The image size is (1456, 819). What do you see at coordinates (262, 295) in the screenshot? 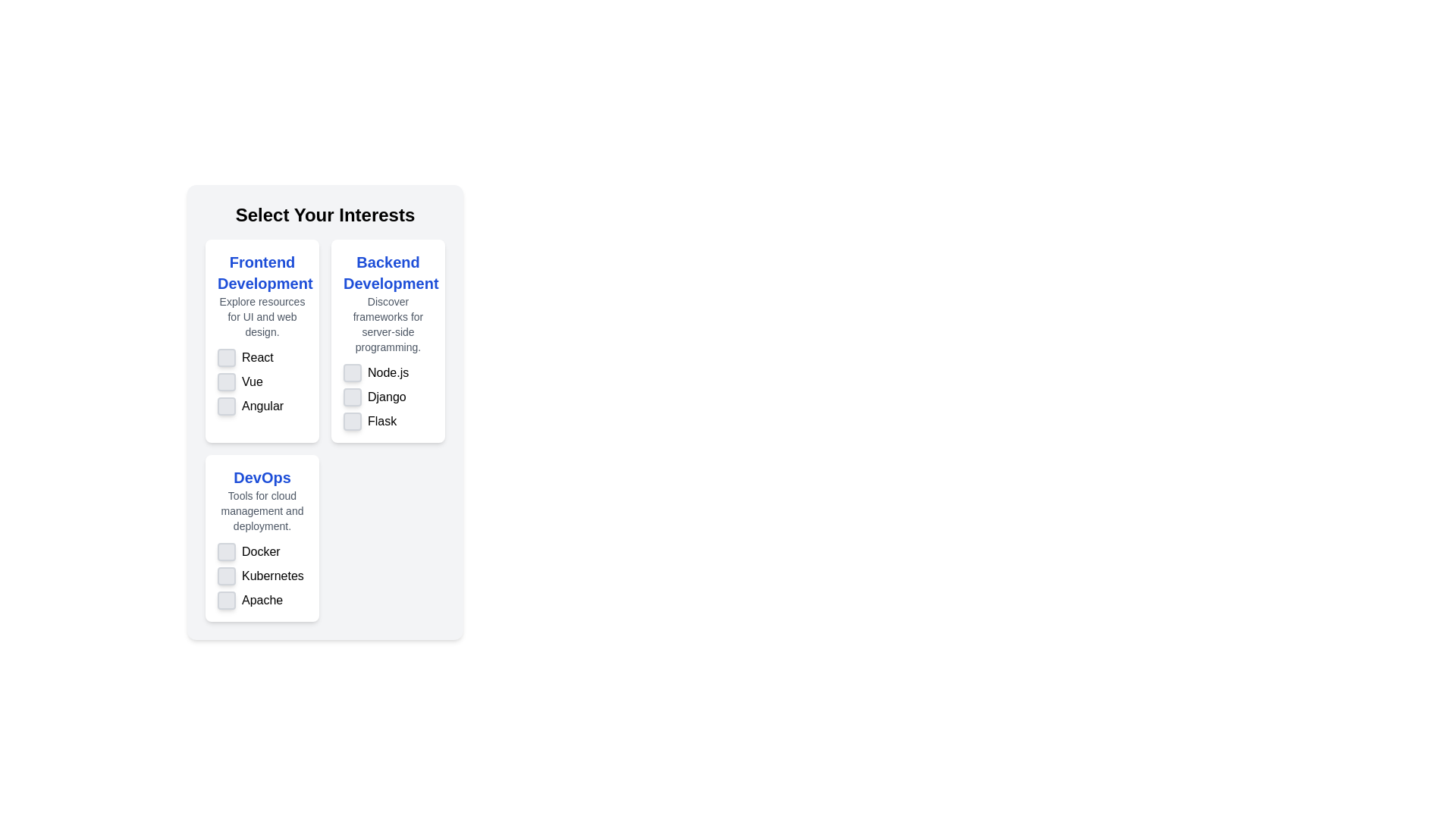
I see `the text block that contains 'Frontend Development' in bold blue font and 'Explore resources for UI and web design.' in smaller gray font, positioned above the list of items labeled 'React', 'Vue', and 'Angular'` at bounding box center [262, 295].